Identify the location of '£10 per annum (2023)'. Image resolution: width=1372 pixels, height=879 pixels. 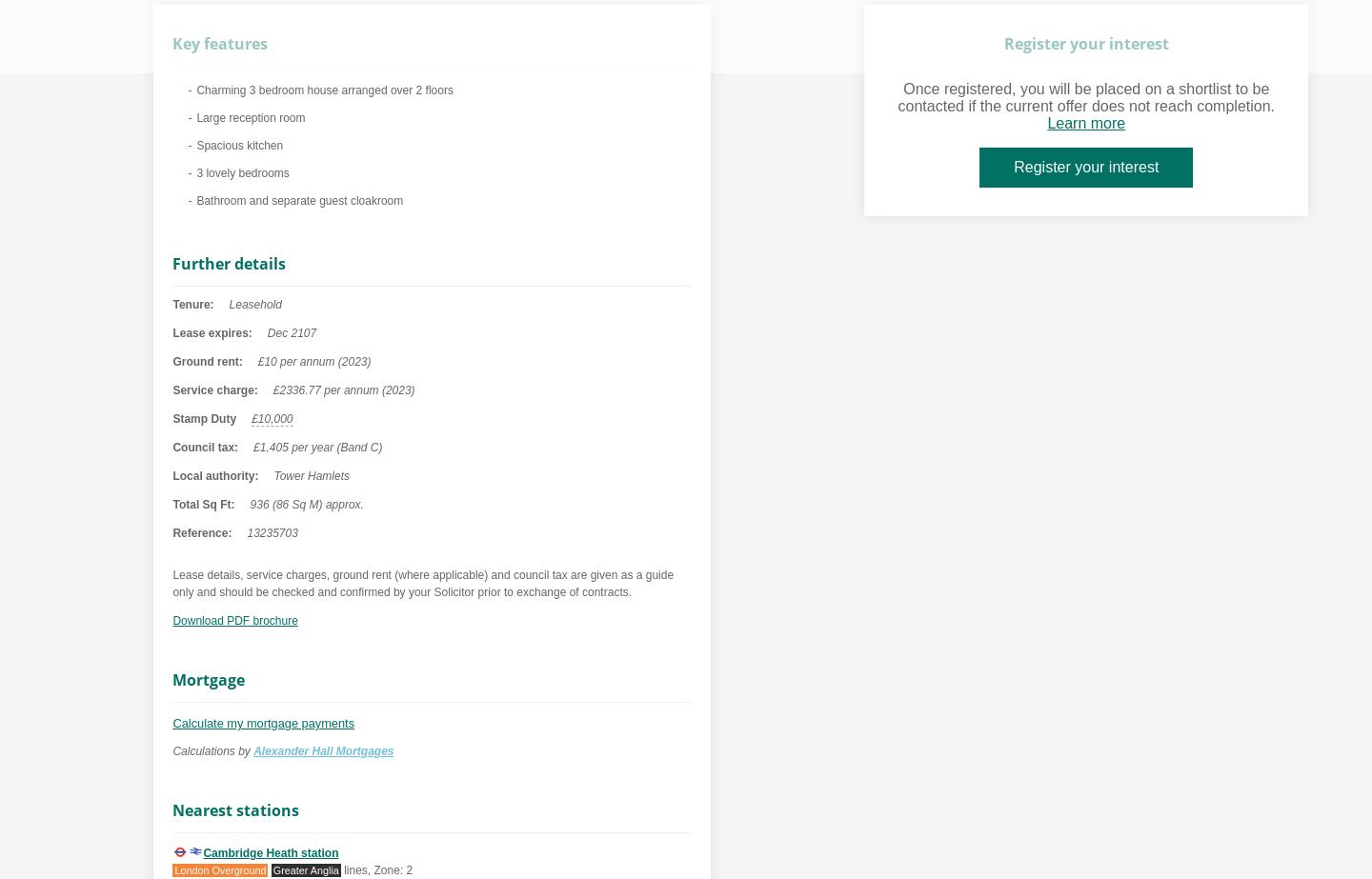
(313, 361).